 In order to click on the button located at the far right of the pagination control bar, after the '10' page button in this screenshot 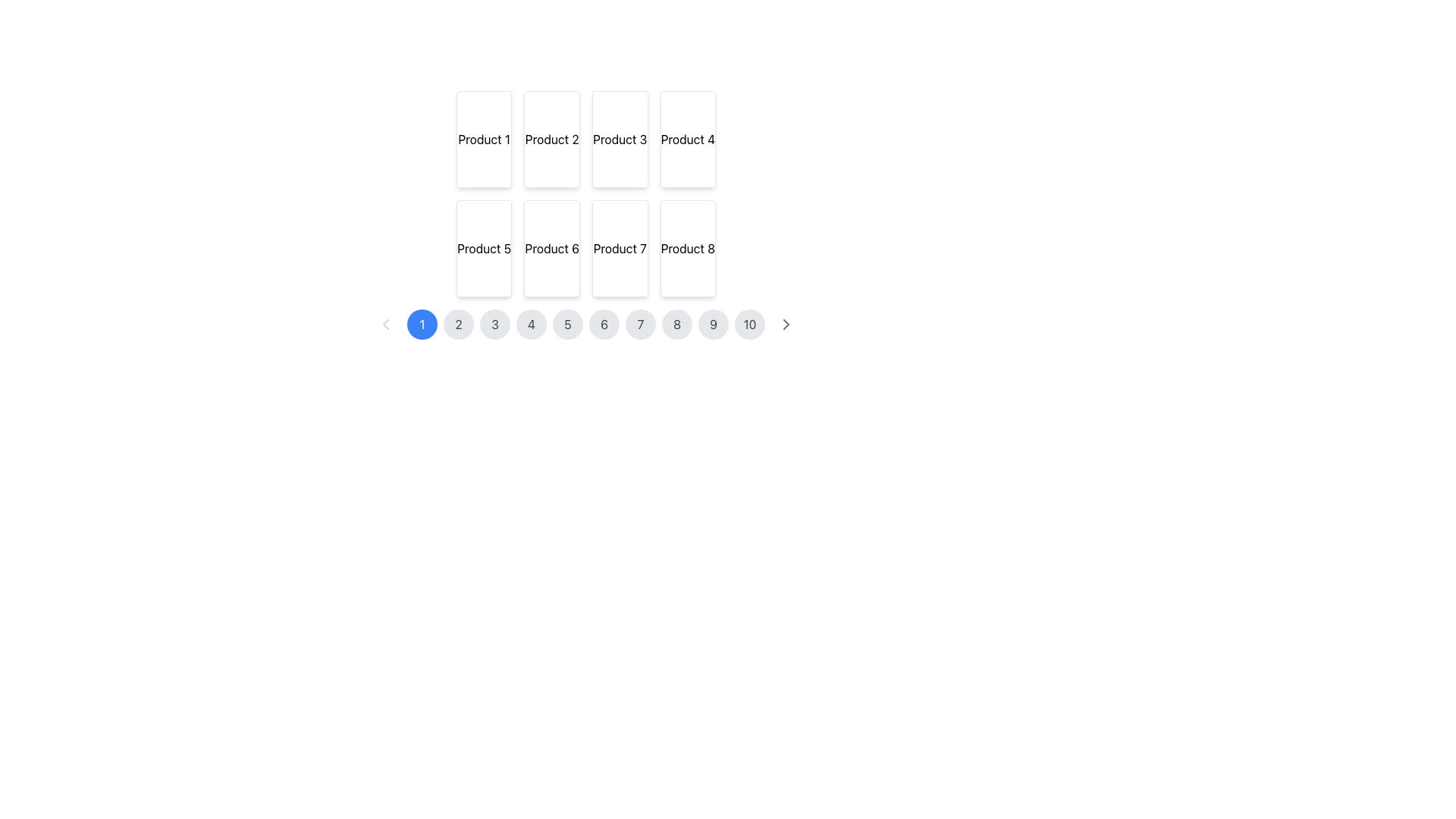, I will do `click(786, 324)`.